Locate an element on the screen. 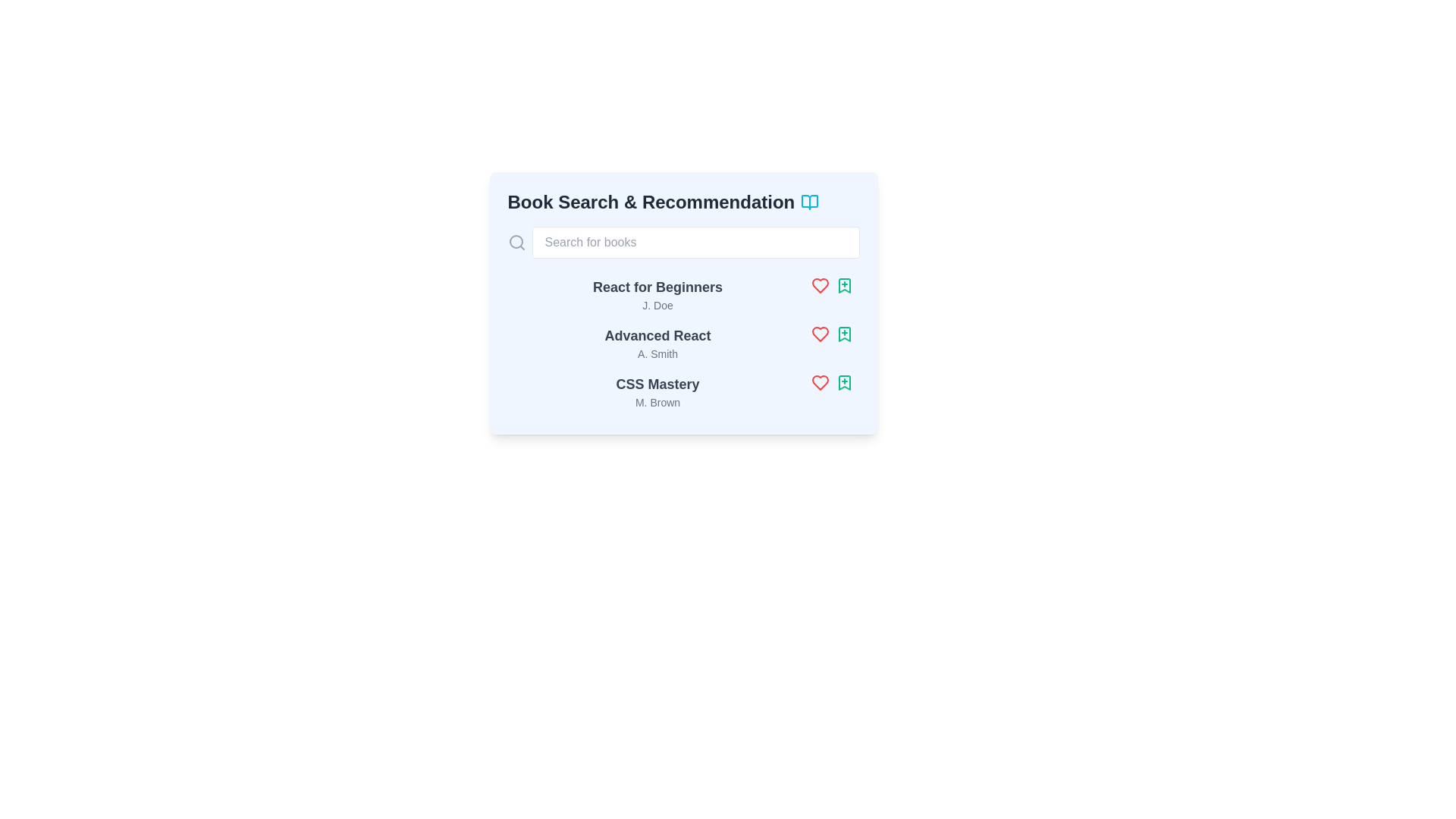  the icon representing 'Book Search & Recommendation' located at the far right of the text header is located at coordinates (809, 201).